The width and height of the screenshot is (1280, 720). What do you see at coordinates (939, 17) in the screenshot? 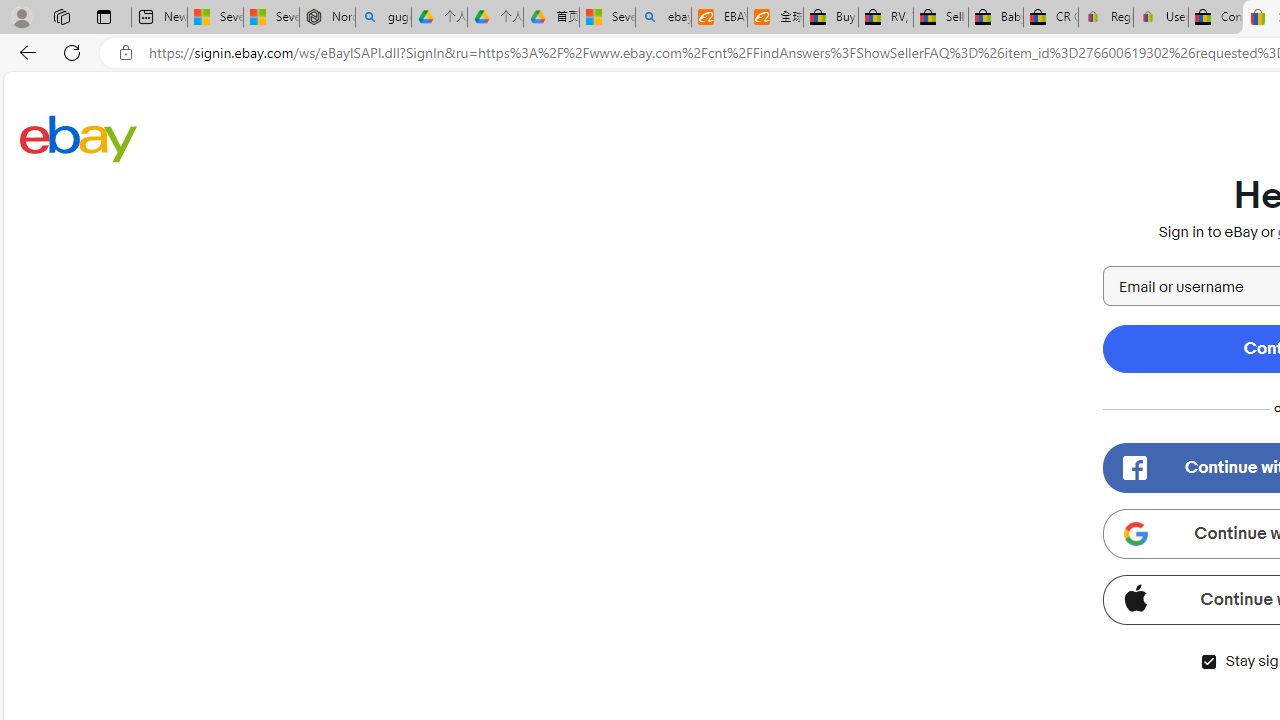
I see `'Sell worldwide with eBay'` at bounding box center [939, 17].